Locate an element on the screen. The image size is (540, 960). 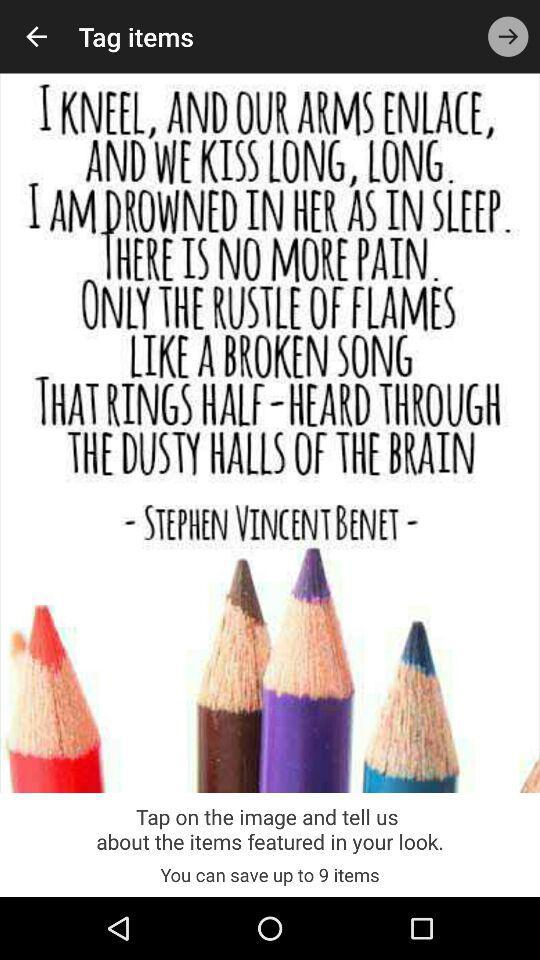
the item next to the tag items item is located at coordinates (36, 35).